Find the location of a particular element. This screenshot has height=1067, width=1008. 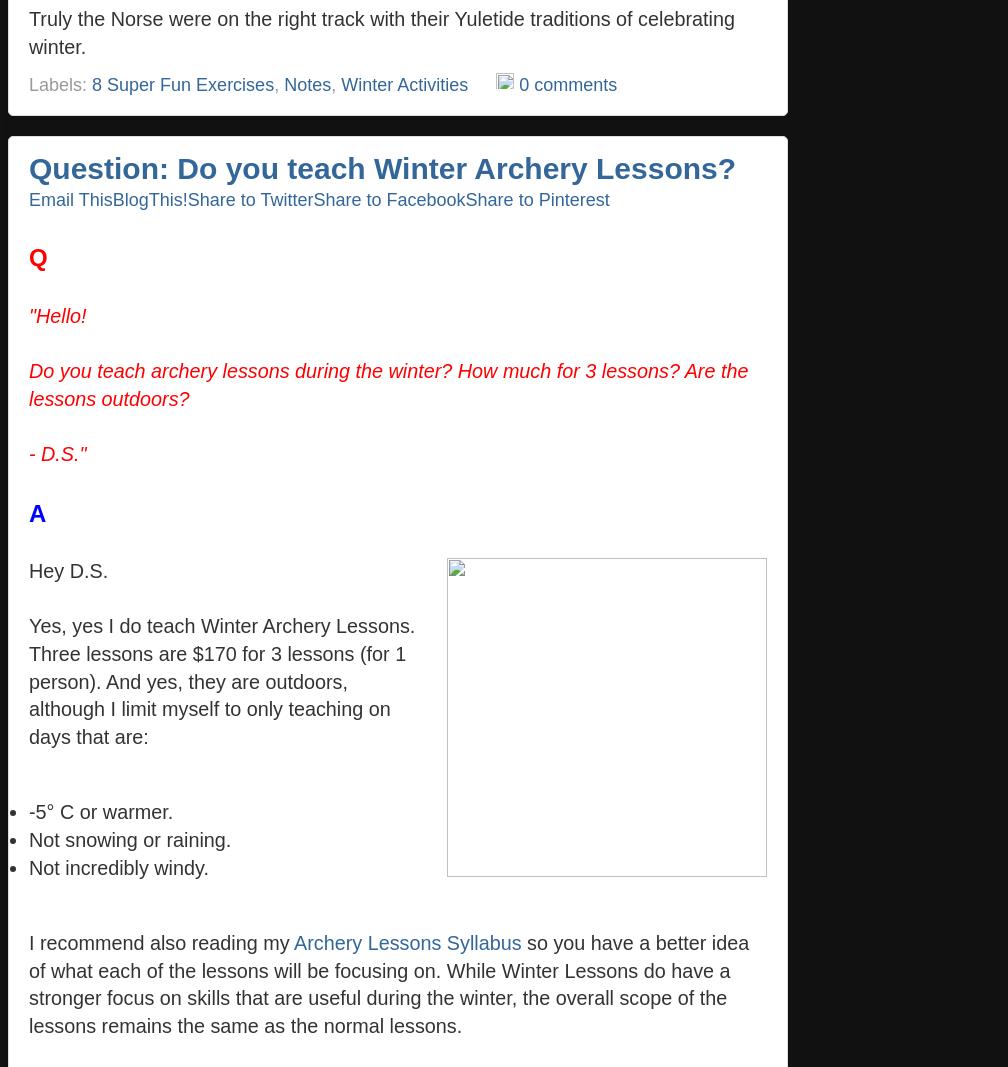

'so you have a better idea of what each of the lessons will be focusing on. While Winter Lessons do have a stronger focus on skills that are useful during the winter, the overall scope of the lessons remains the same as the normal lessons.' is located at coordinates (388, 983).